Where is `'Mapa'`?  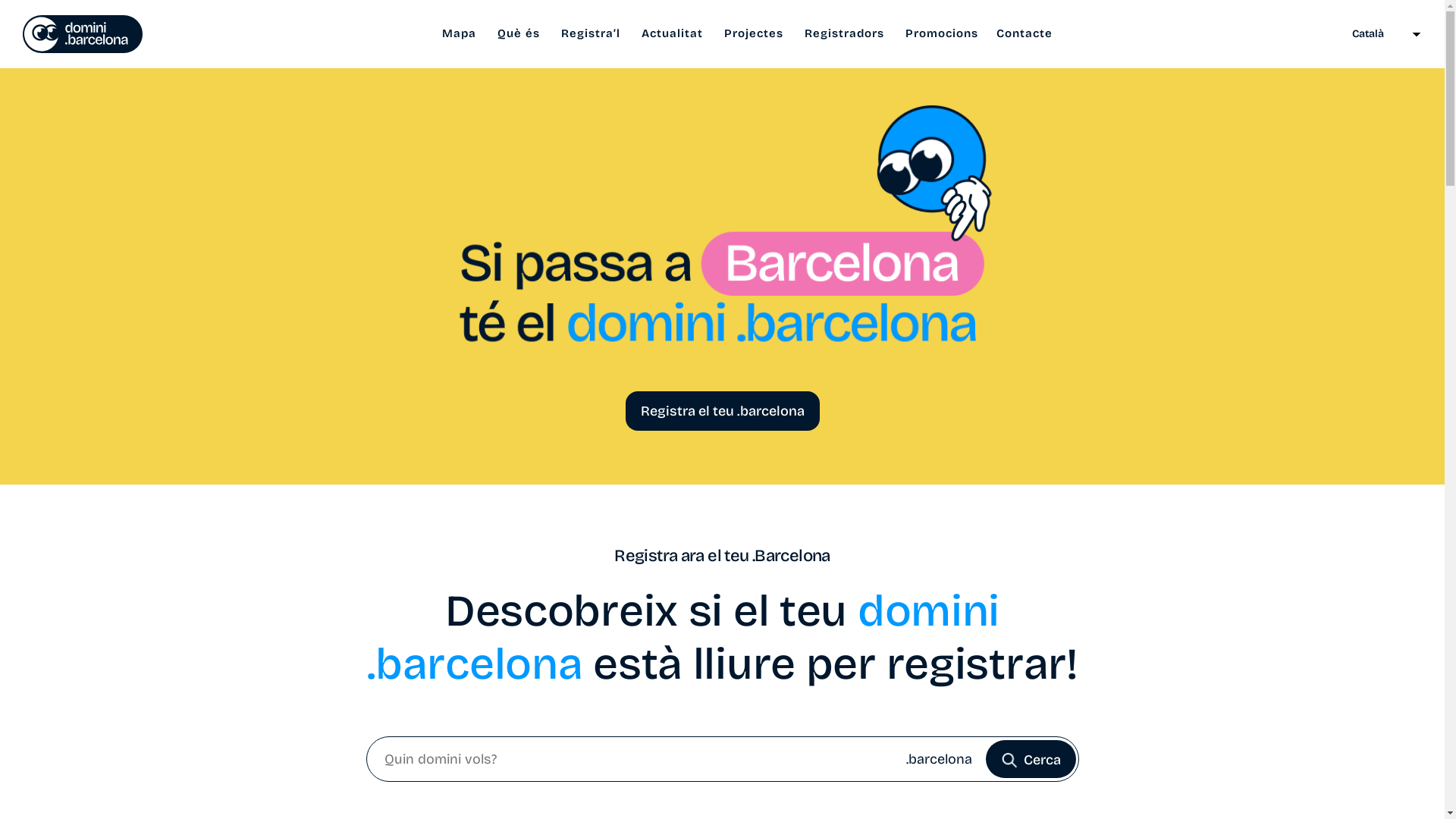
'Mapa' is located at coordinates (458, 33).